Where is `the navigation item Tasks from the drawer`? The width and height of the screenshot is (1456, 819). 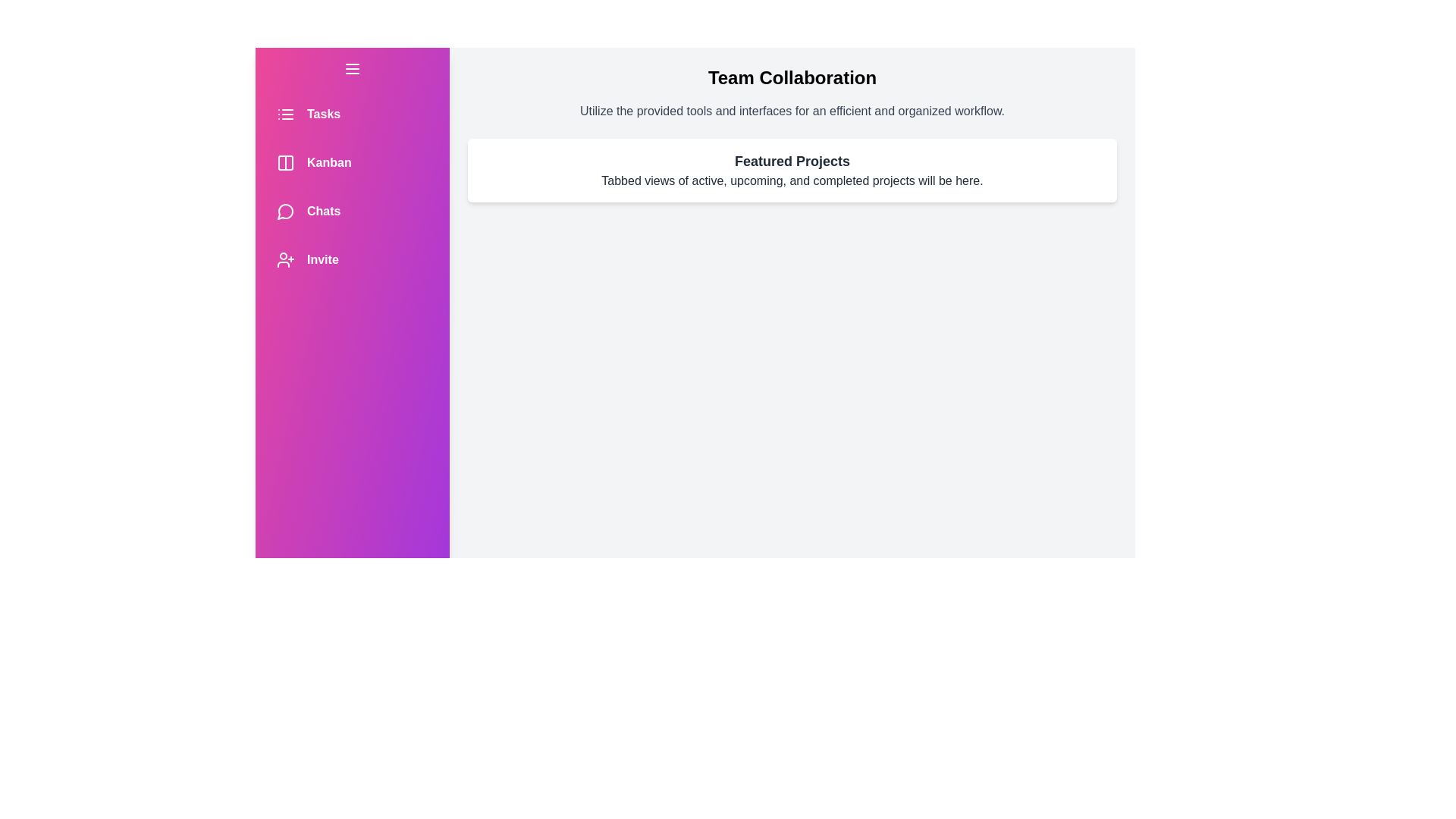
the navigation item Tasks from the drawer is located at coordinates (352, 113).